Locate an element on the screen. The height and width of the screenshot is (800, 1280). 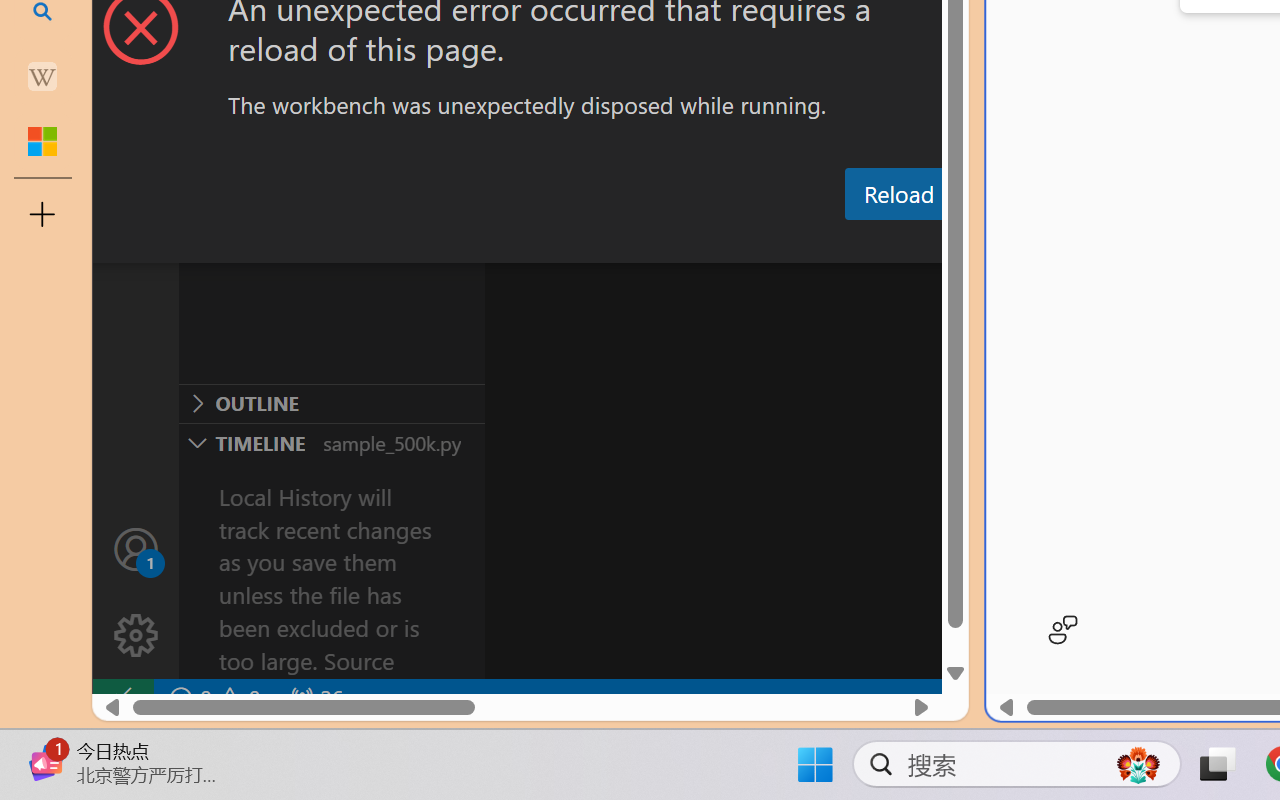
'Timeline Section' is located at coordinates (331, 441).